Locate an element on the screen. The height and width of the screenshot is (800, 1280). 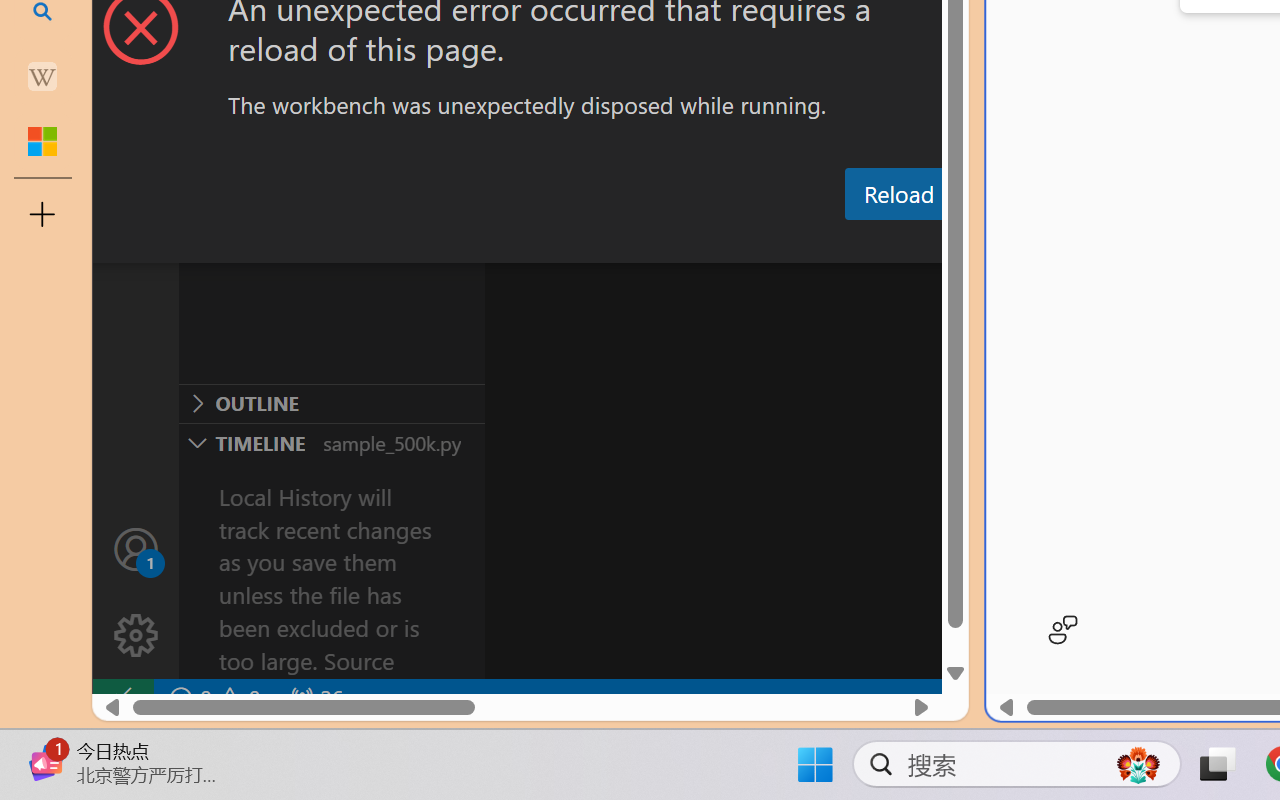
'Timeline Section' is located at coordinates (331, 441).